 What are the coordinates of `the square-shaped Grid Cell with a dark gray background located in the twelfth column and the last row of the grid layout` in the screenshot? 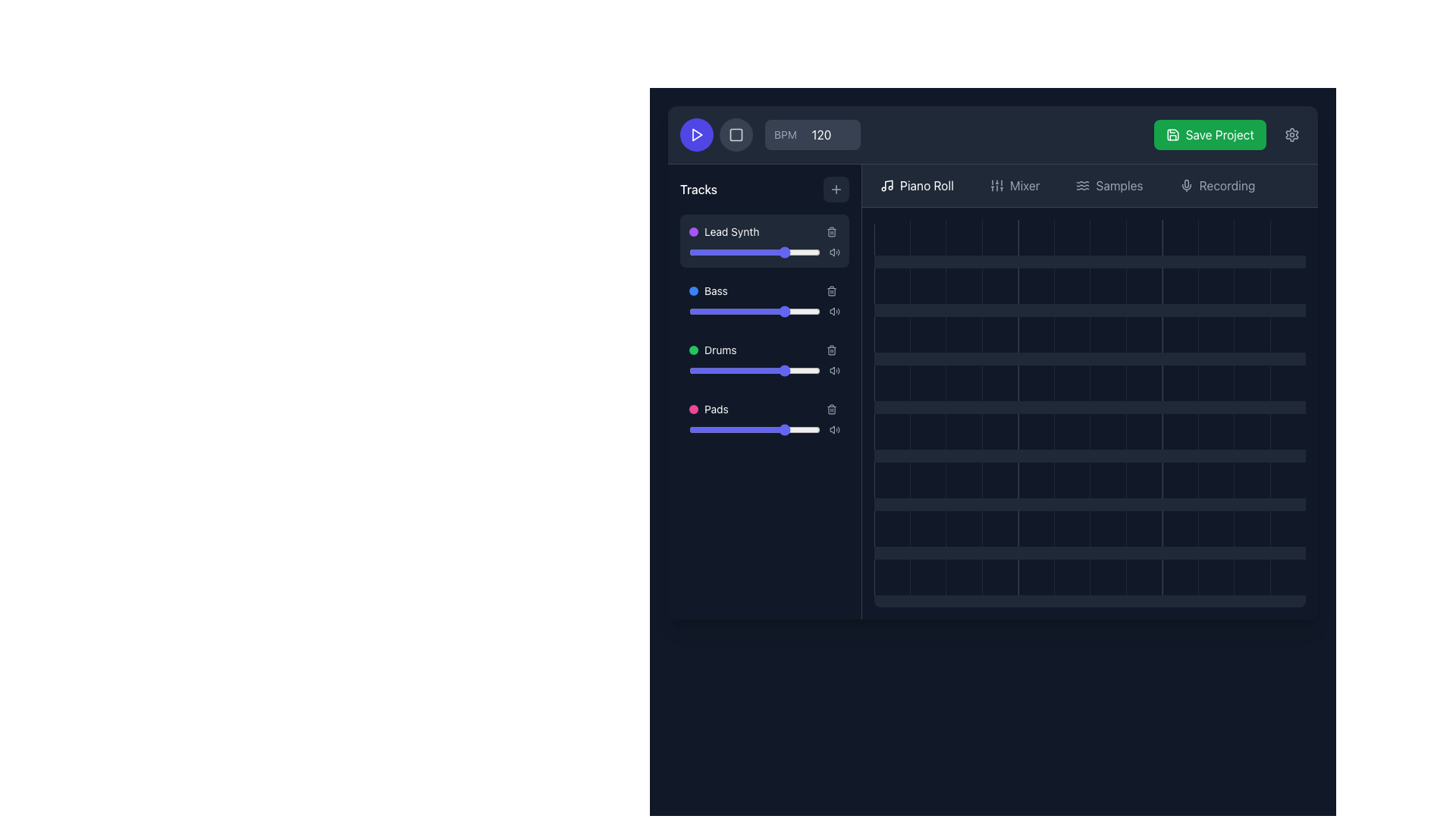 It's located at (1071, 577).